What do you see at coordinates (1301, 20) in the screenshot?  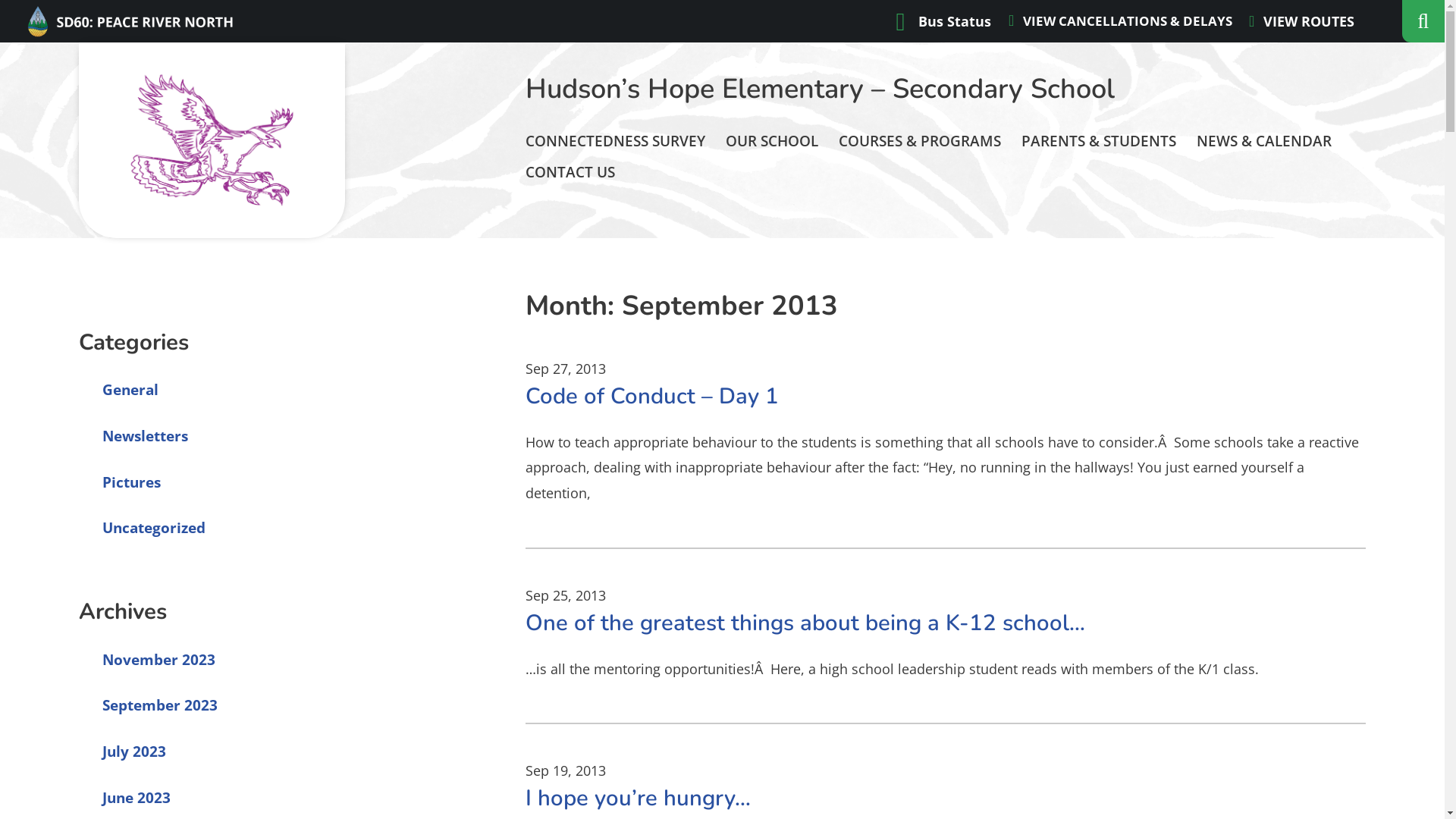 I see `'VIEW ROUTES'` at bounding box center [1301, 20].